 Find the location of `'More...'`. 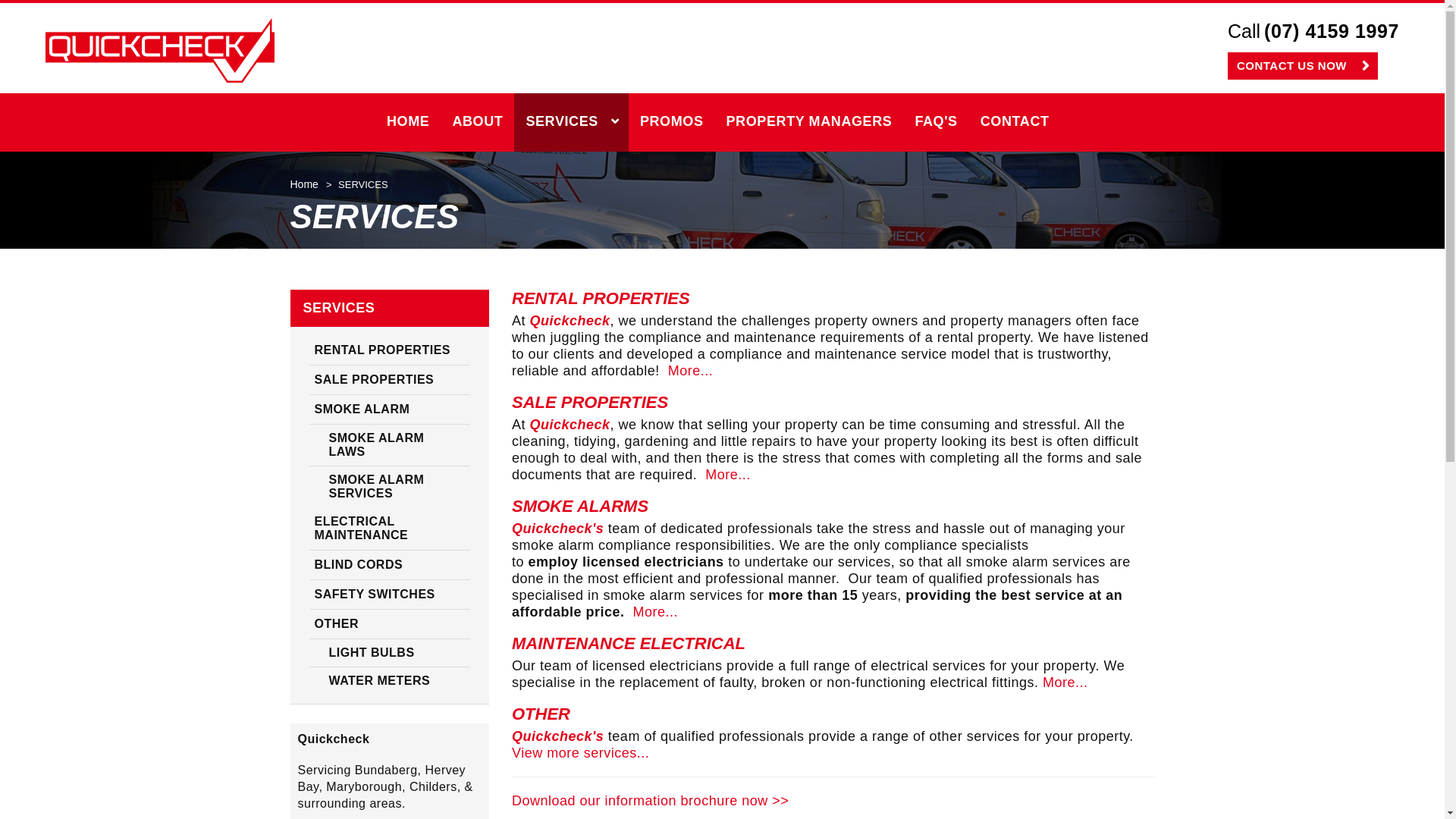

'More...' is located at coordinates (655, 610).